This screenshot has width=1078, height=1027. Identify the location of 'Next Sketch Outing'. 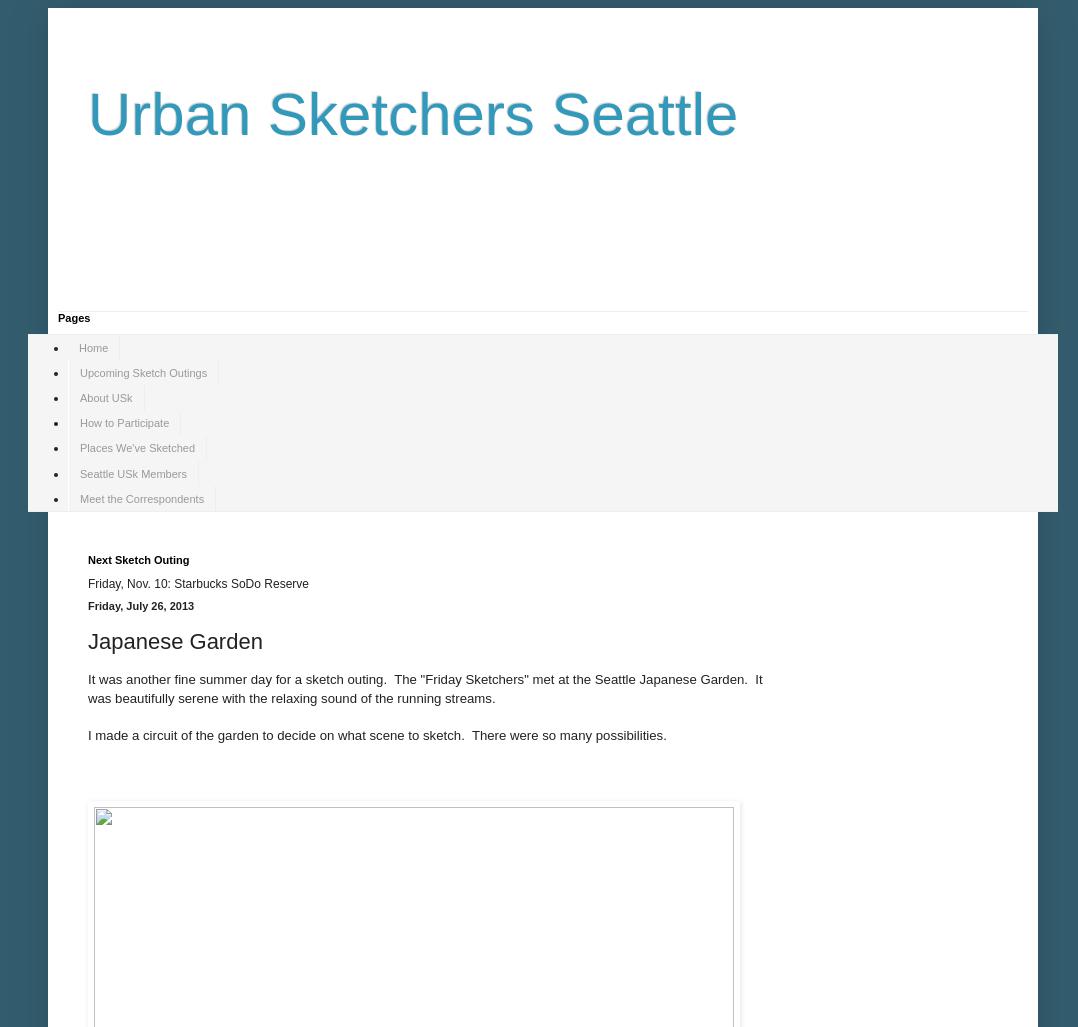
(86, 559).